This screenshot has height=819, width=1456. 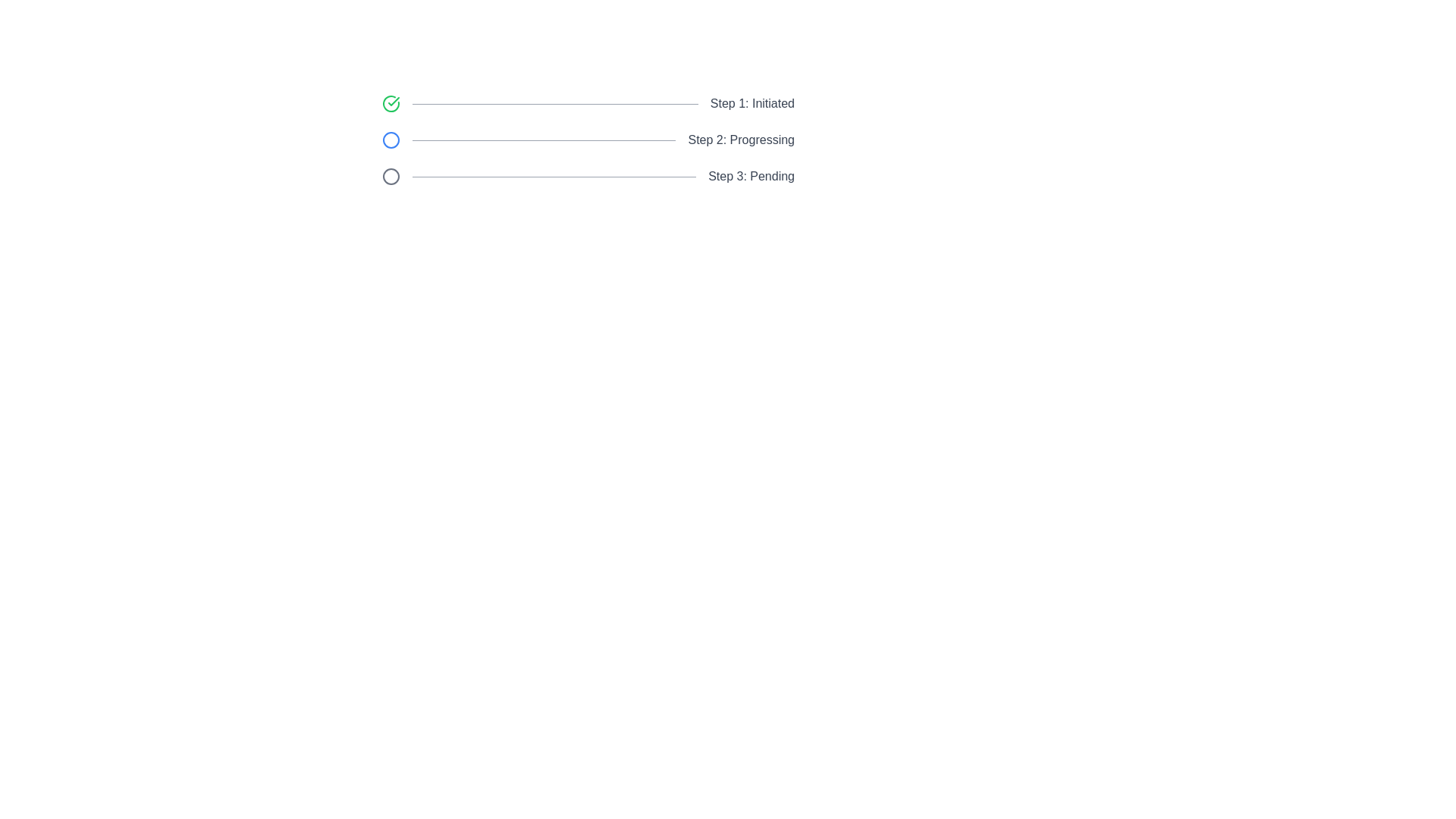 I want to click on the text label indicating the status of the third step in the process, which is currently labeled as 'Pending', so click(x=752, y=175).